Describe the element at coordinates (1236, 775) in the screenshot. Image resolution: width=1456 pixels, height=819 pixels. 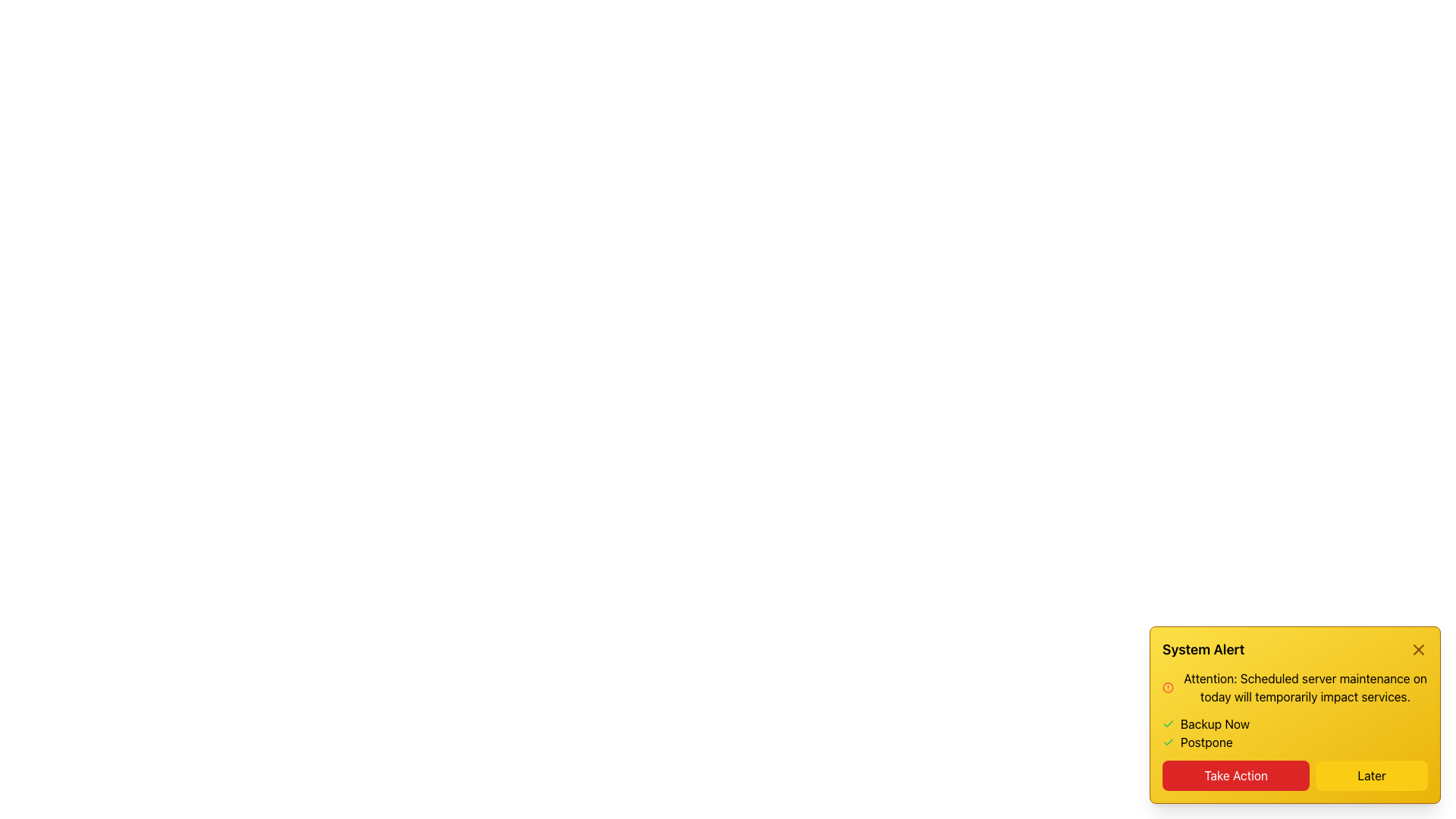
I see `the leftmost button in the row of buttons at the bottom of the yellow notification card, which prompts immediate action related to the notification's message` at that location.